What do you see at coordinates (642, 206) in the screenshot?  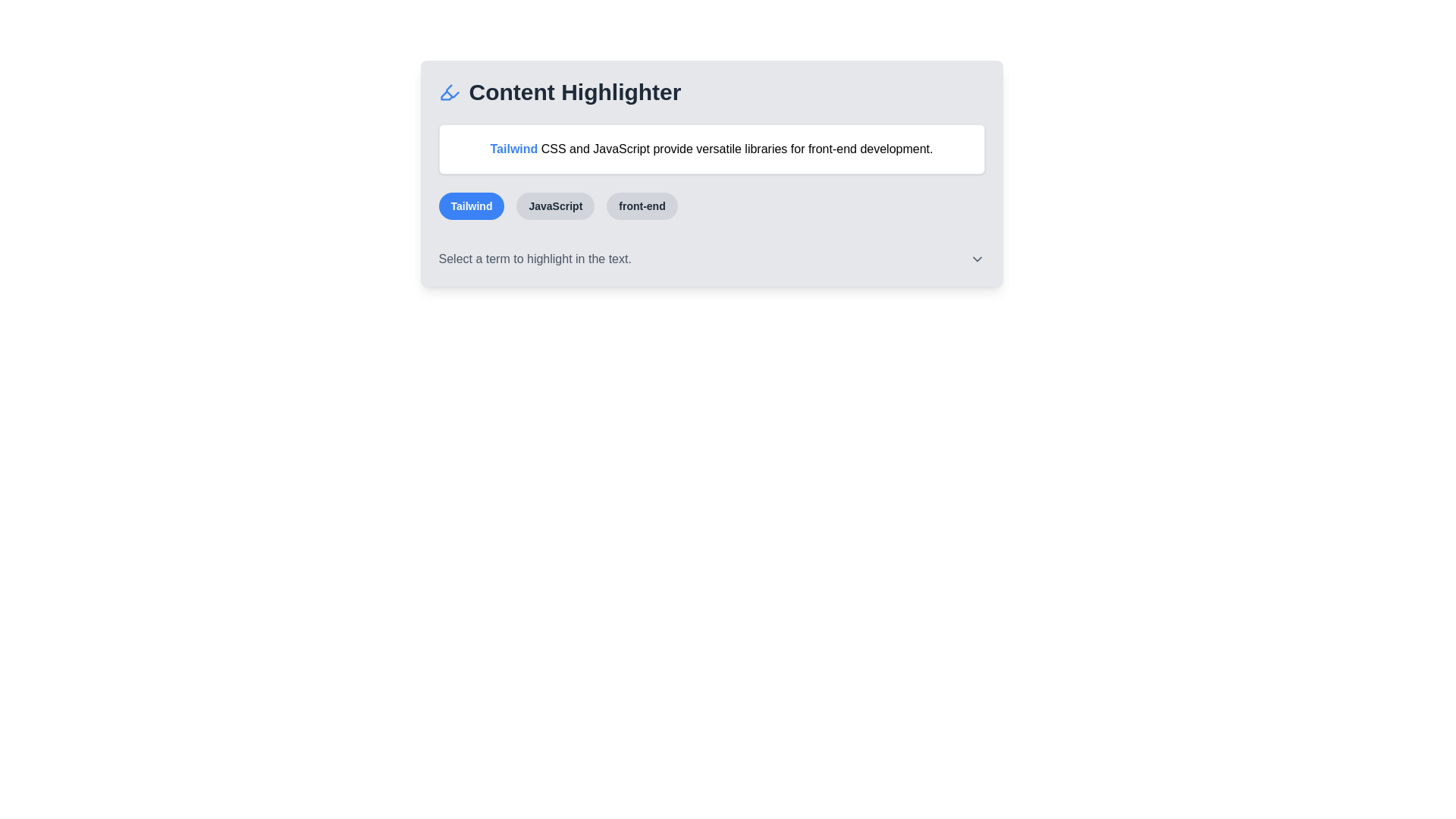 I see `the pill-shaped button labeled 'front-end' with a light gray background and dark gray text to initiate a quick selection action` at bounding box center [642, 206].